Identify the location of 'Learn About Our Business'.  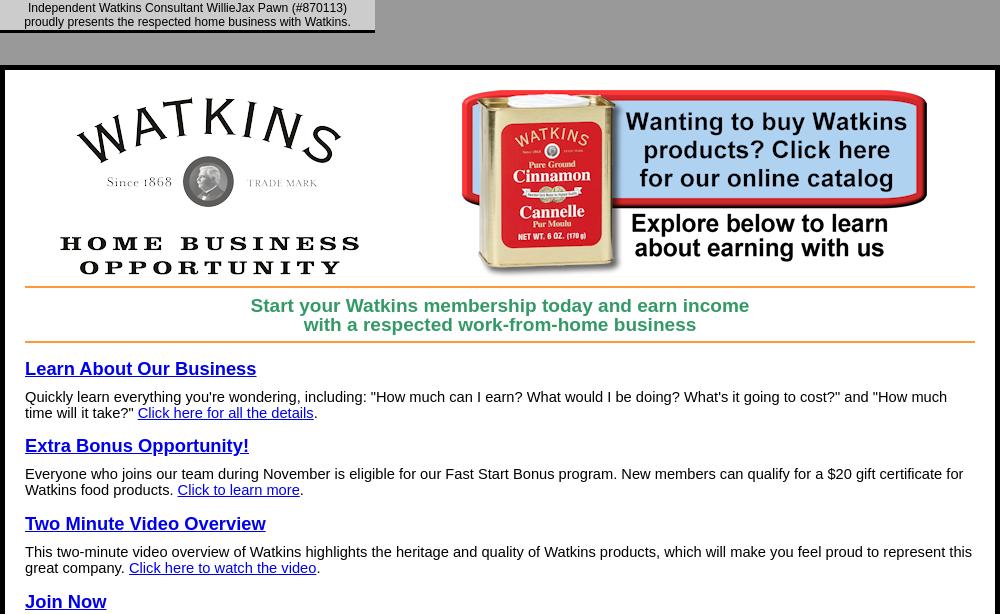
(140, 367).